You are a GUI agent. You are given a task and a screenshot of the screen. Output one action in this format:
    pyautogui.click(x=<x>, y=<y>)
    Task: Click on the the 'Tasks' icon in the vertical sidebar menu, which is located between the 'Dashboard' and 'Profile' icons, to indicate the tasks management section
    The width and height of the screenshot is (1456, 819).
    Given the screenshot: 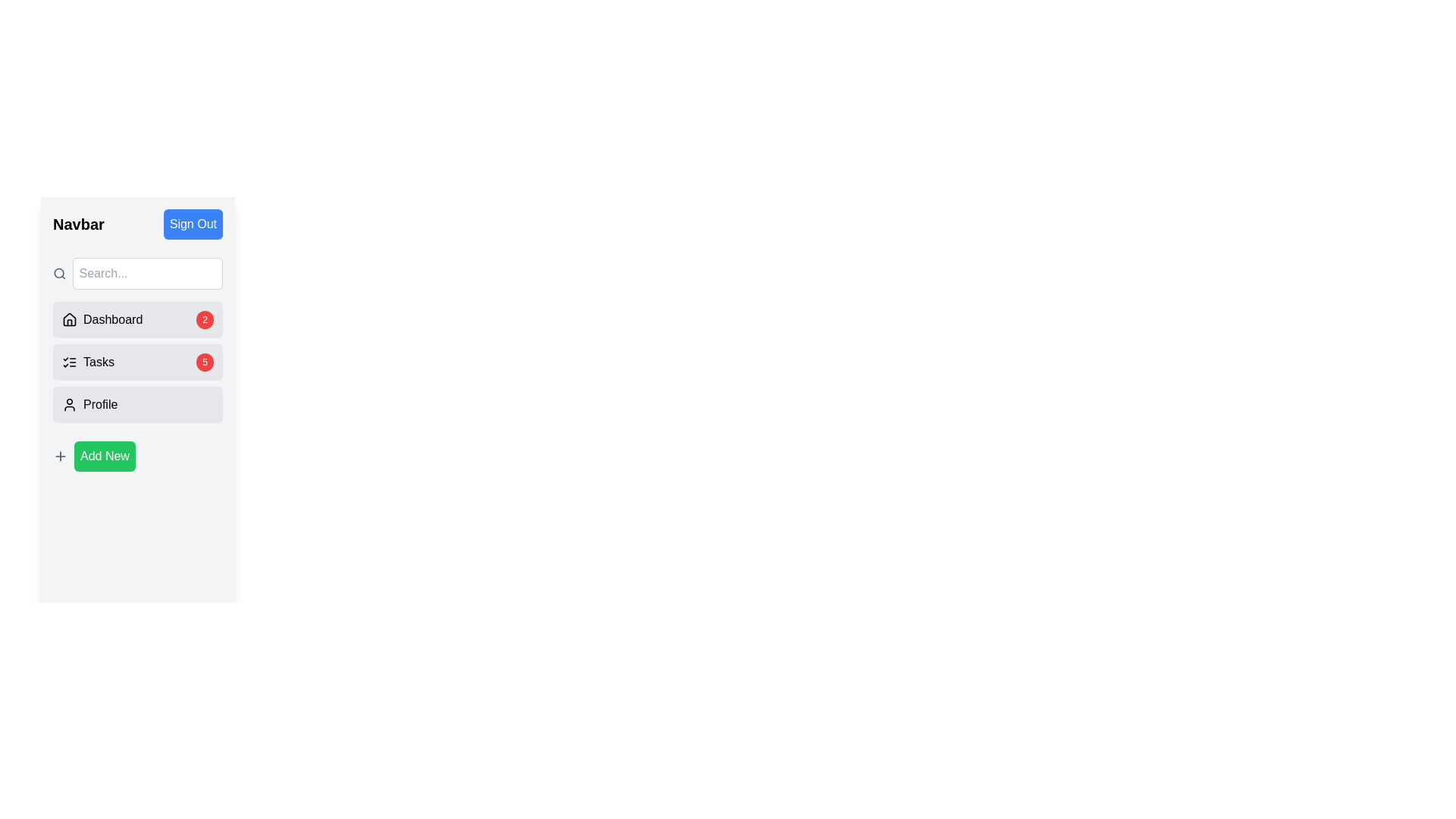 What is the action you would take?
    pyautogui.click(x=68, y=362)
    